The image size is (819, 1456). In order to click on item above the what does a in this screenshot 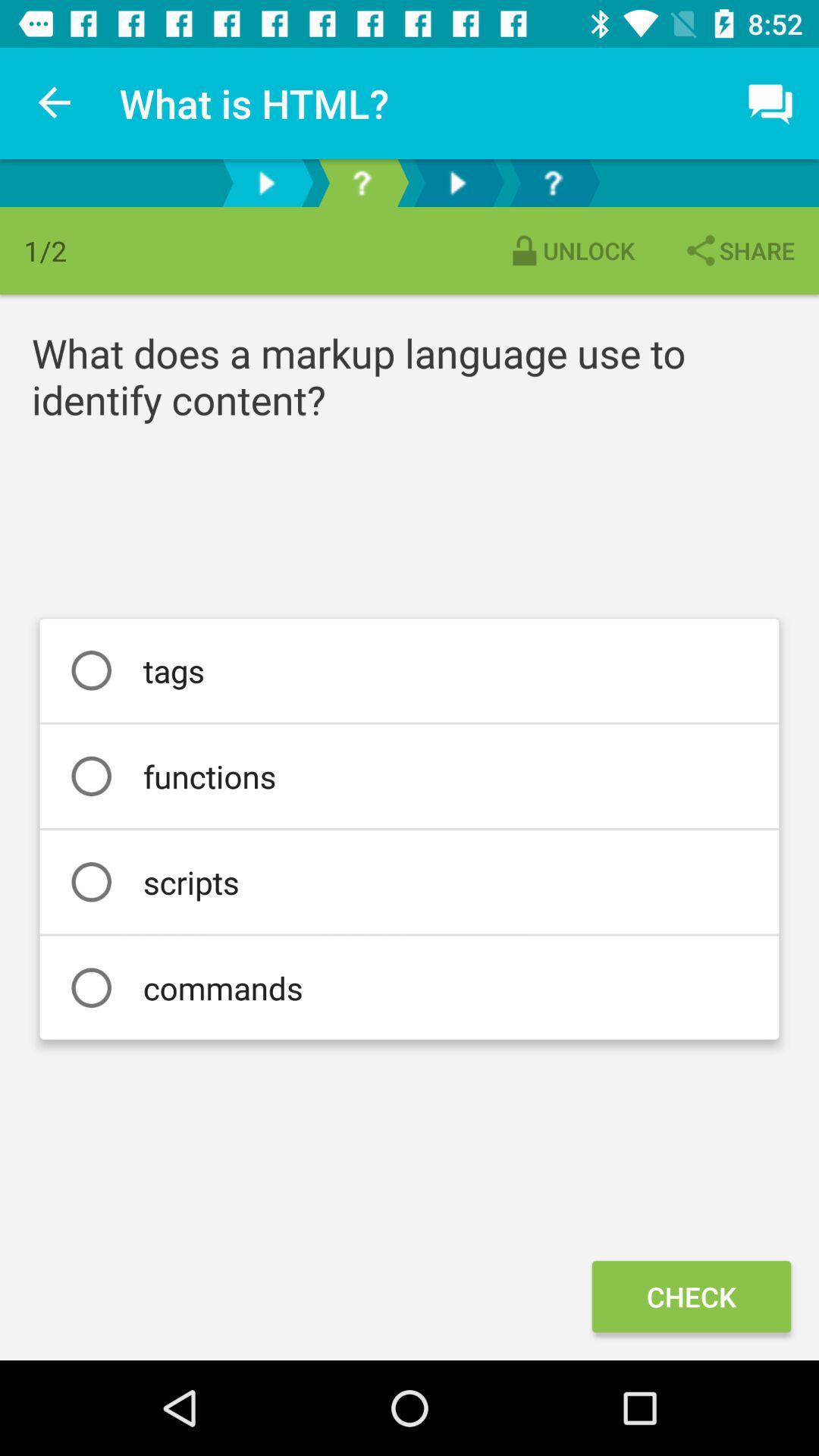, I will do `click(738, 250)`.